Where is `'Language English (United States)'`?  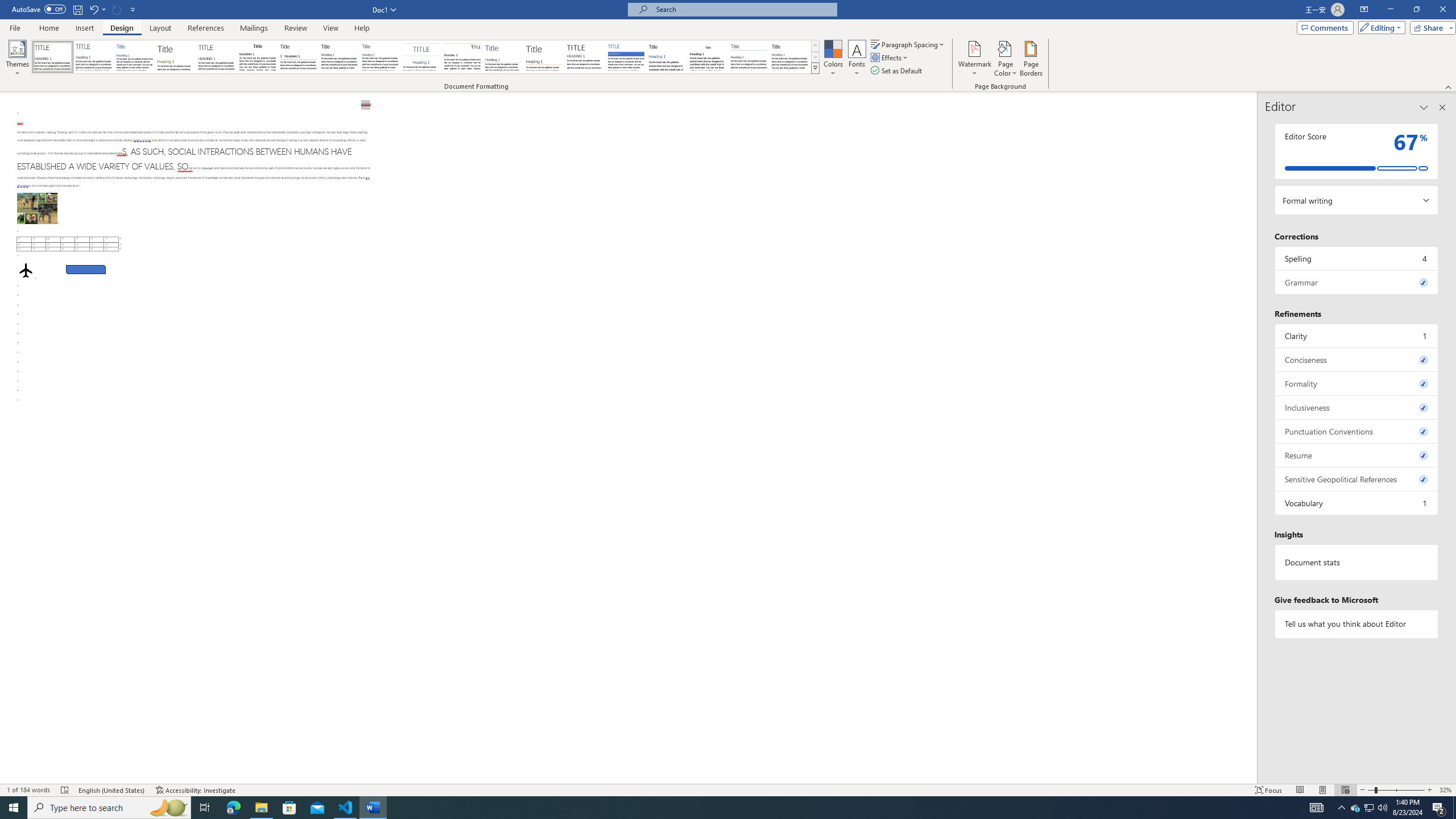
'Language English (United States)' is located at coordinates (111, 790).